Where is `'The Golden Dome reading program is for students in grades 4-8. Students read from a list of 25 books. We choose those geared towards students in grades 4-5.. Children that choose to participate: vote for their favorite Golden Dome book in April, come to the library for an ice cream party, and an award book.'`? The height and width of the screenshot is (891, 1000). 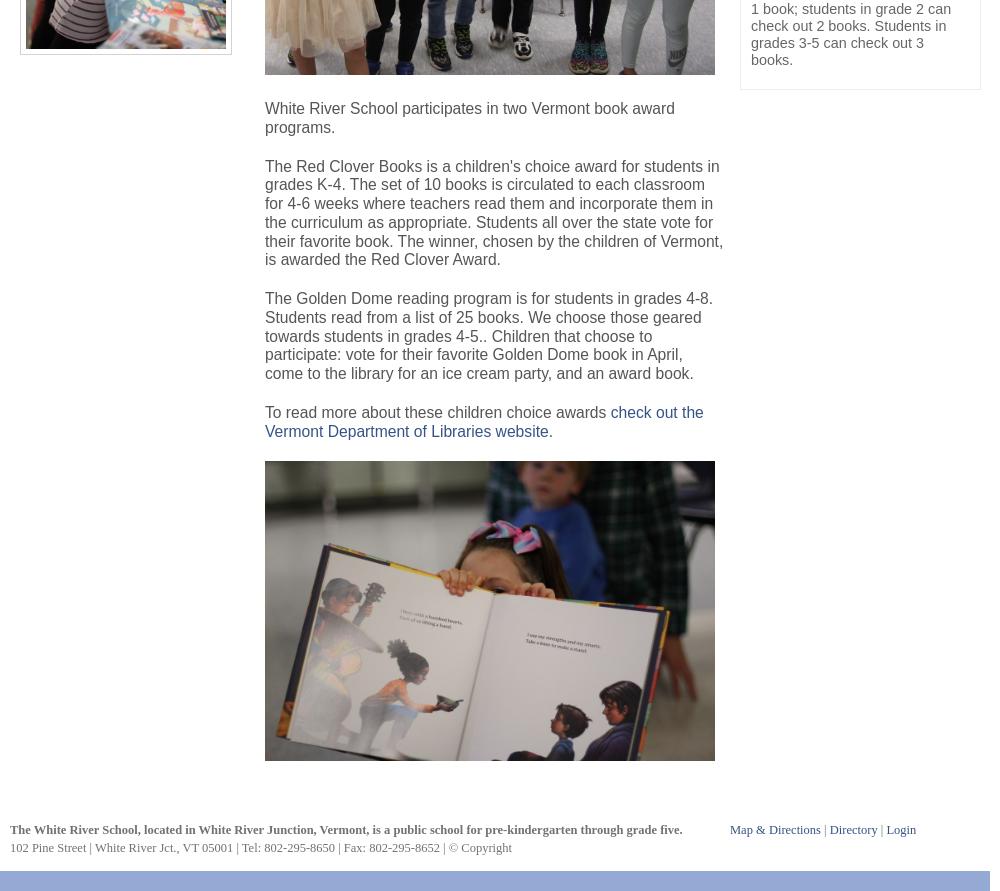
'The Golden Dome reading program is for students in grades 4-8. Students read from a list of 25 books. We choose those geared towards students in grades 4-5.. Children that choose to participate: vote for their favorite Golden Dome book in April, come to the library for an ice cream party, and an award book.' is located at coordinates (265, 334).